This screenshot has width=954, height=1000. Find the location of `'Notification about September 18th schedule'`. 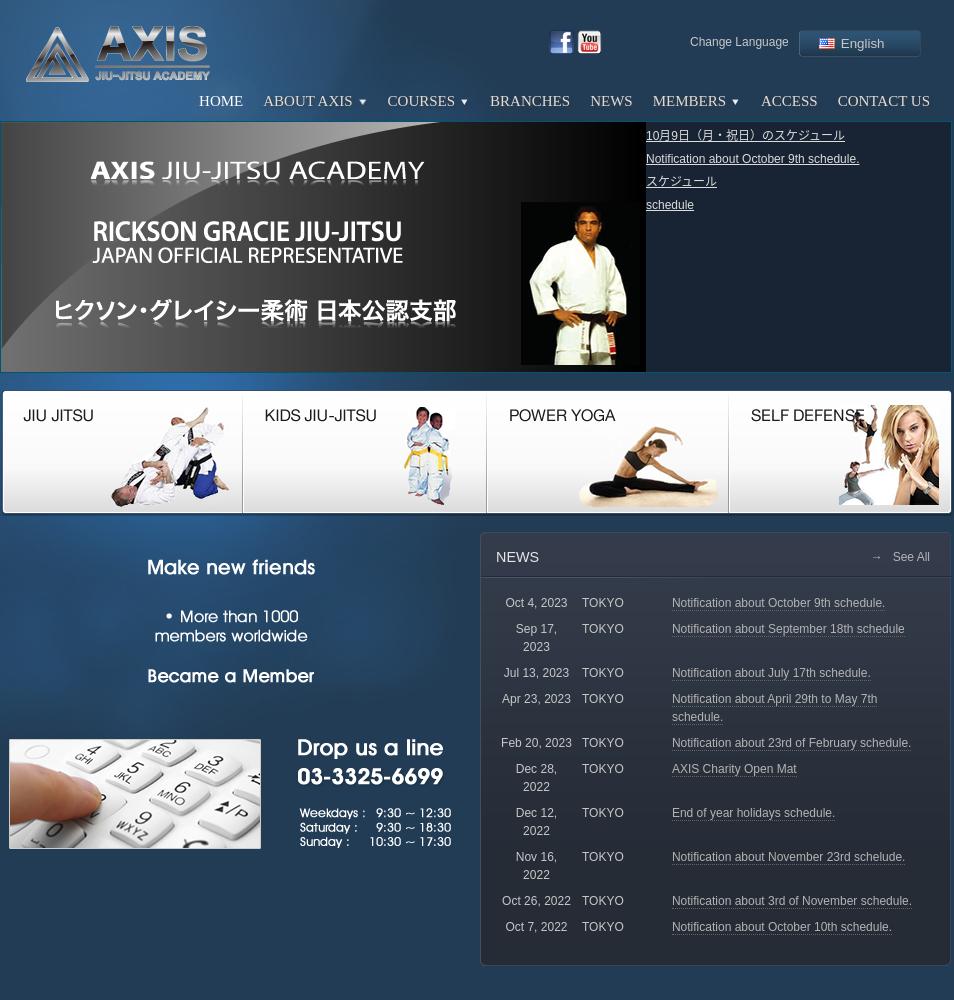

'Notification about September 18th schedule' is located at coordinates (787, 628).